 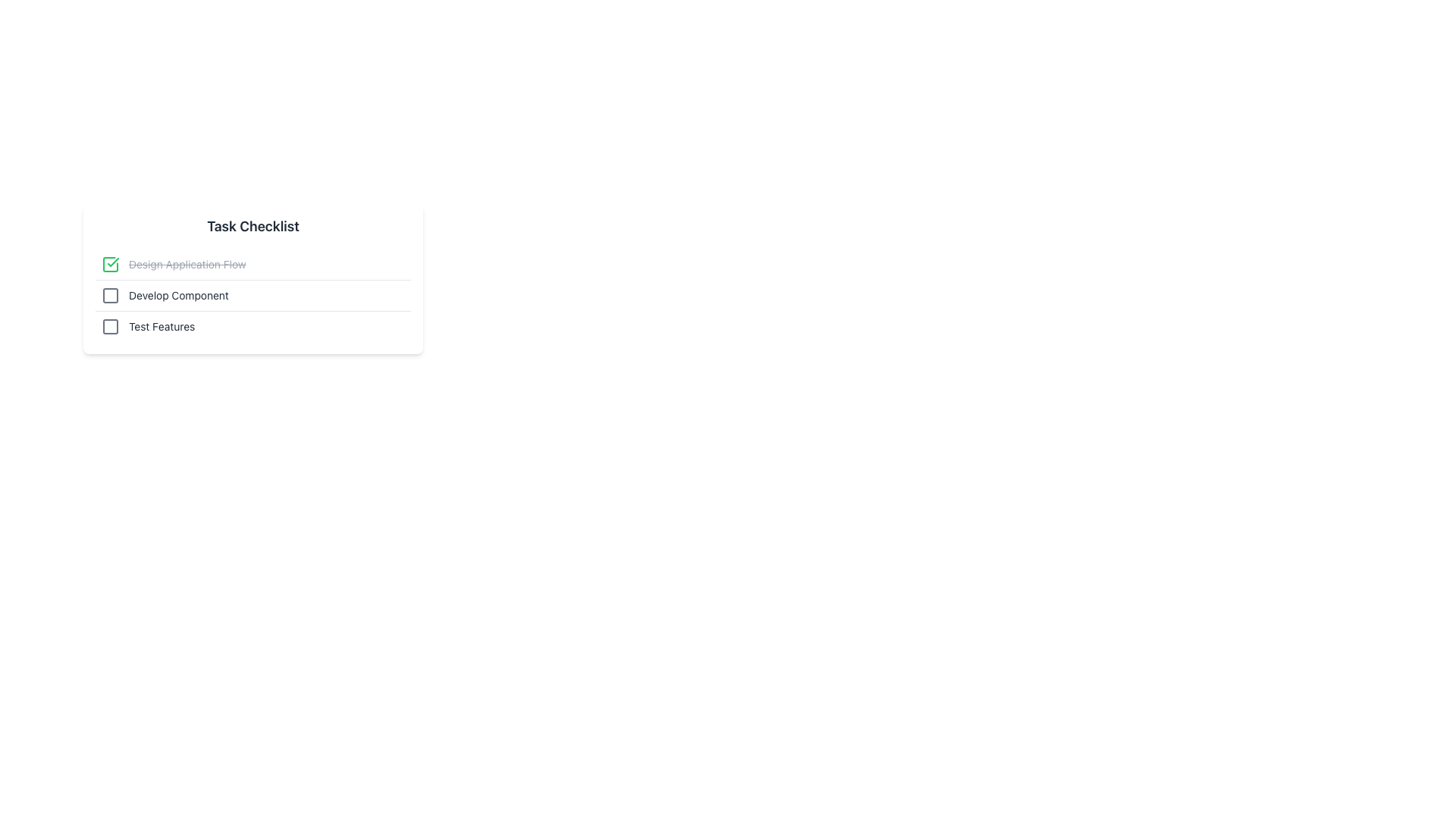 What do you see at coordinates (253, 326) in the screenshot?
I see `the 'Test Features' checkbox list item` at bounding box center [253, 326].